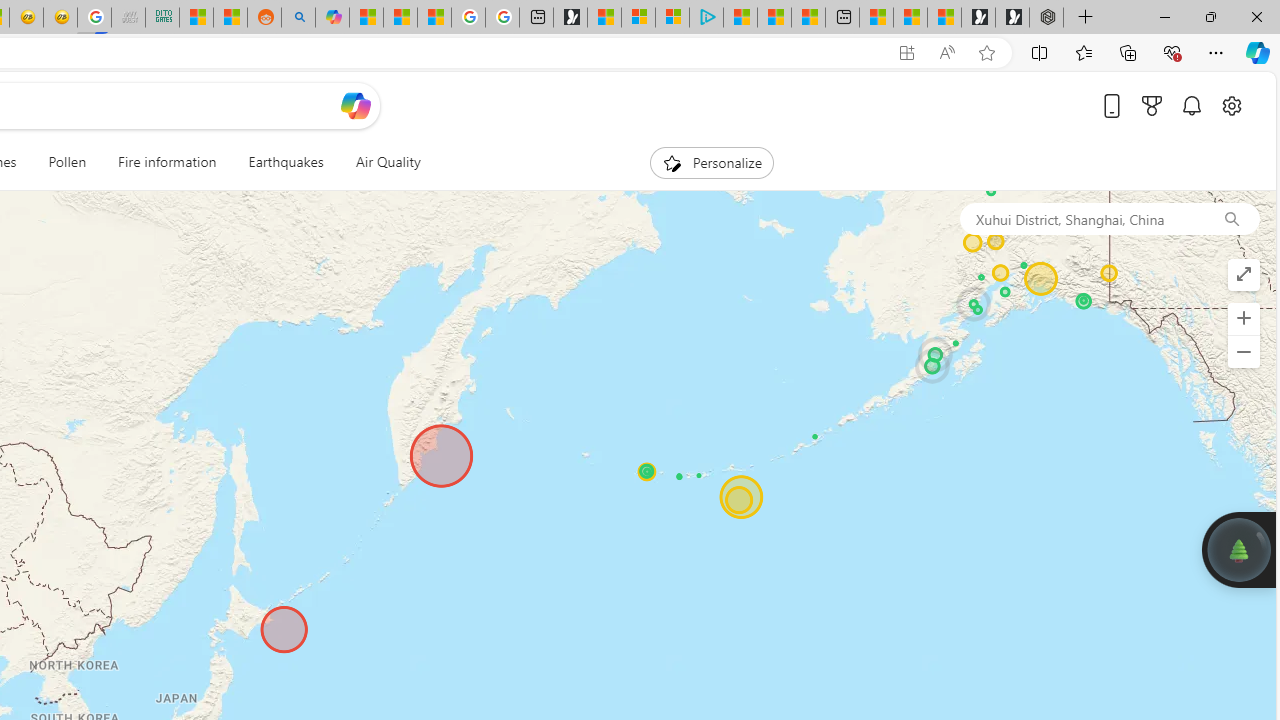 Image resolution: width=1280 pixels, height=720 pixels. Describe the element at coordinates (945, 52) in the screenshot. I see `'Read aloud this page (Ctrl+Shift+U)'` at that location.